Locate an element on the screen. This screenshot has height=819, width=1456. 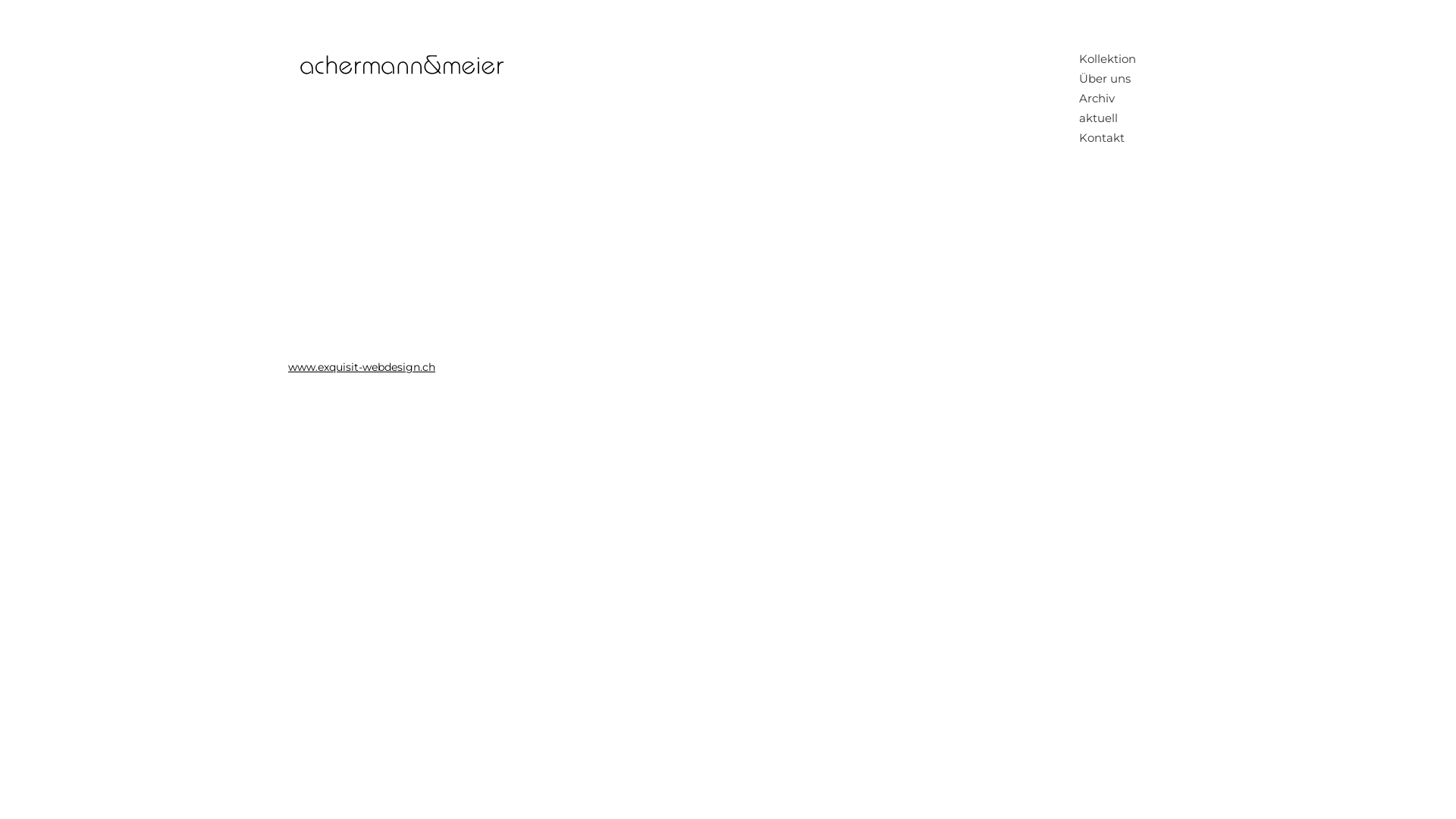
'www.exquisit-webdesign.ch' is located at coordinates (287, 366).